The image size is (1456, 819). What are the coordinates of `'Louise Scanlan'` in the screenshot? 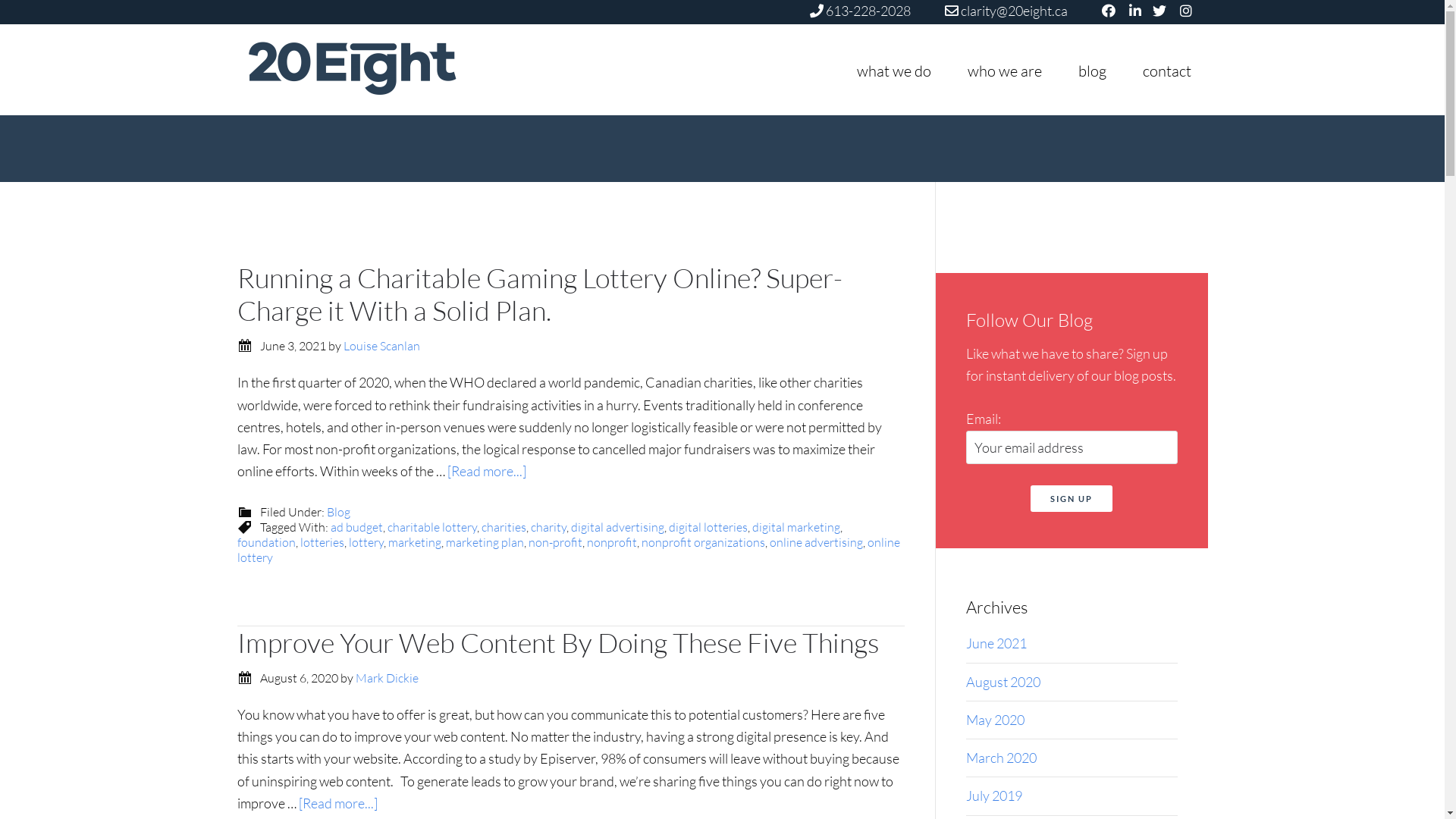 It's located at (381, 345).